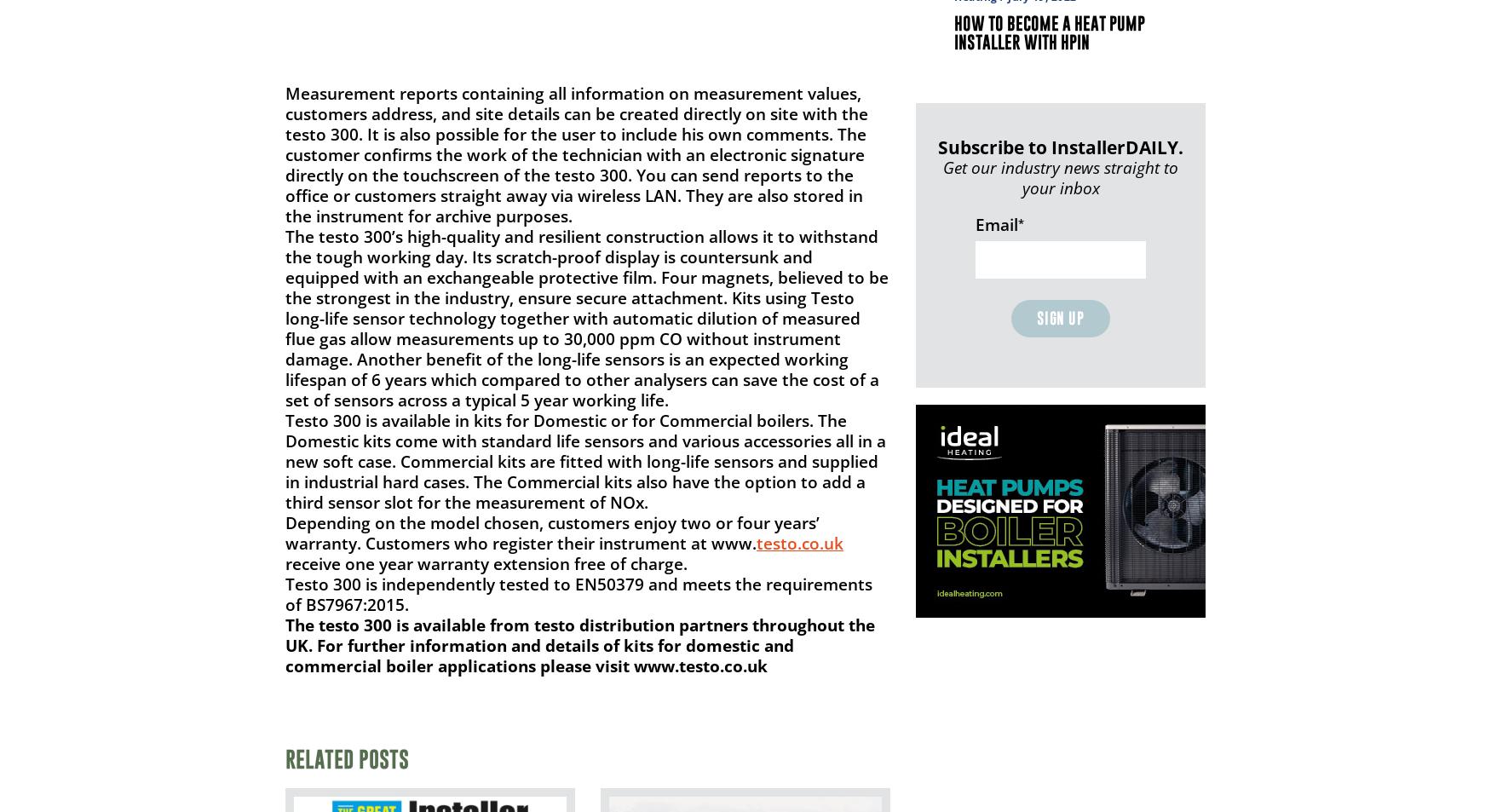 Image resolution: width=1491 pixels, height=812 pixels. I want to click on 'Email', so click(996, 223).